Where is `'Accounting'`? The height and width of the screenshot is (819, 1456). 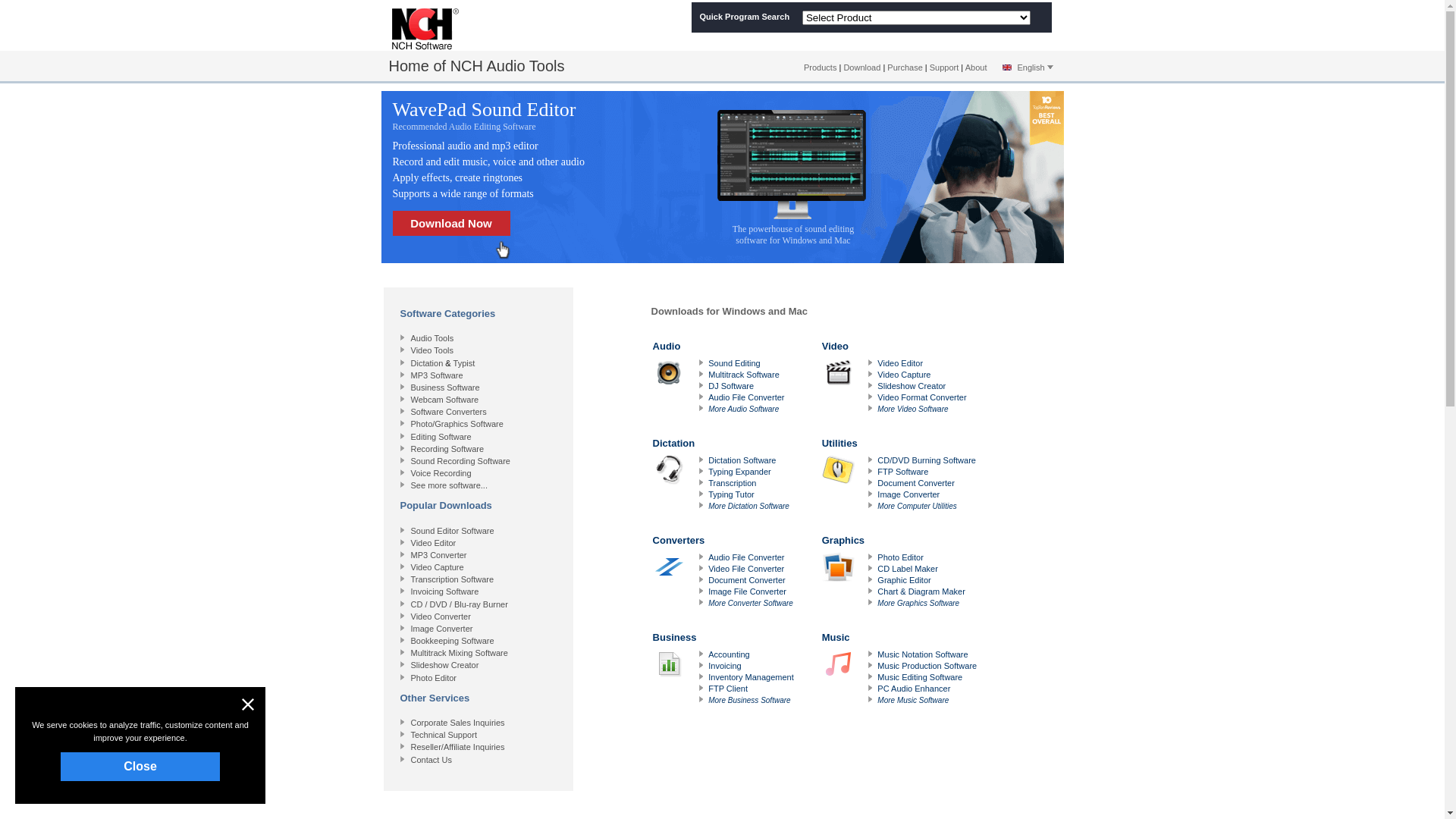
'Accounting' is located at coordinates (728, 654).